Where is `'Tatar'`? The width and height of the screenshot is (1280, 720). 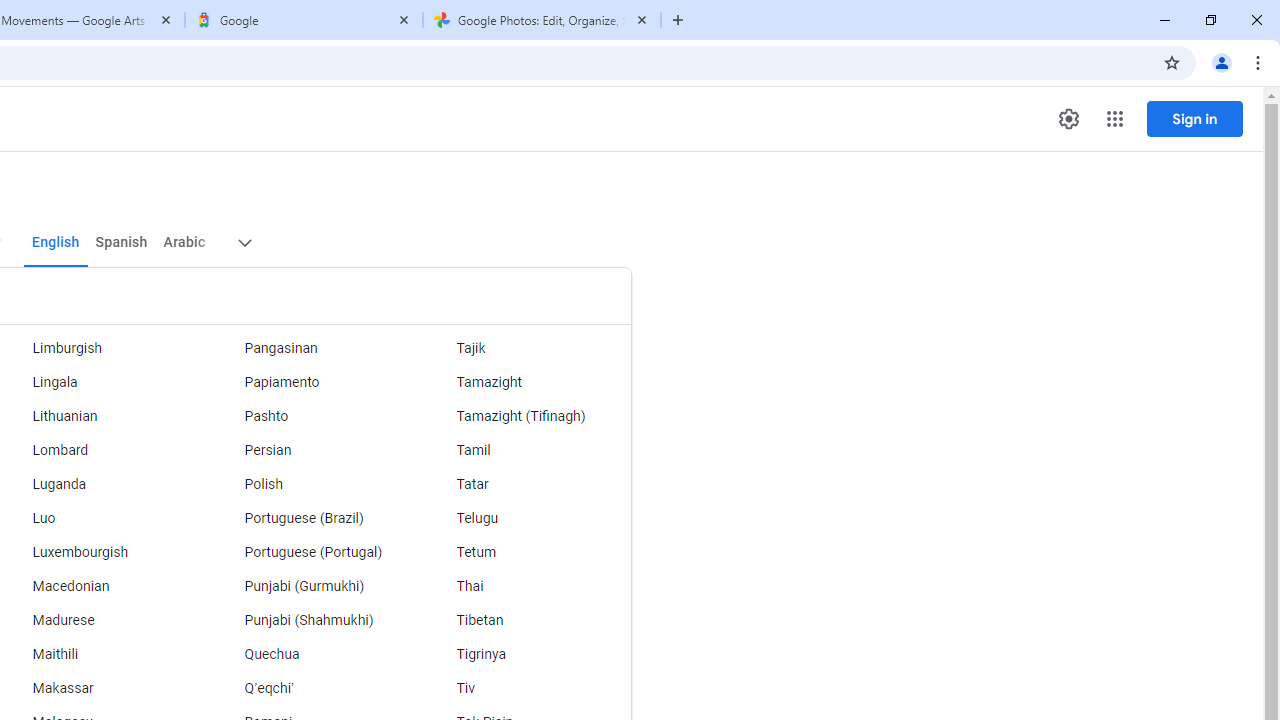
'Tatar' is located at coordinates (525, 484).